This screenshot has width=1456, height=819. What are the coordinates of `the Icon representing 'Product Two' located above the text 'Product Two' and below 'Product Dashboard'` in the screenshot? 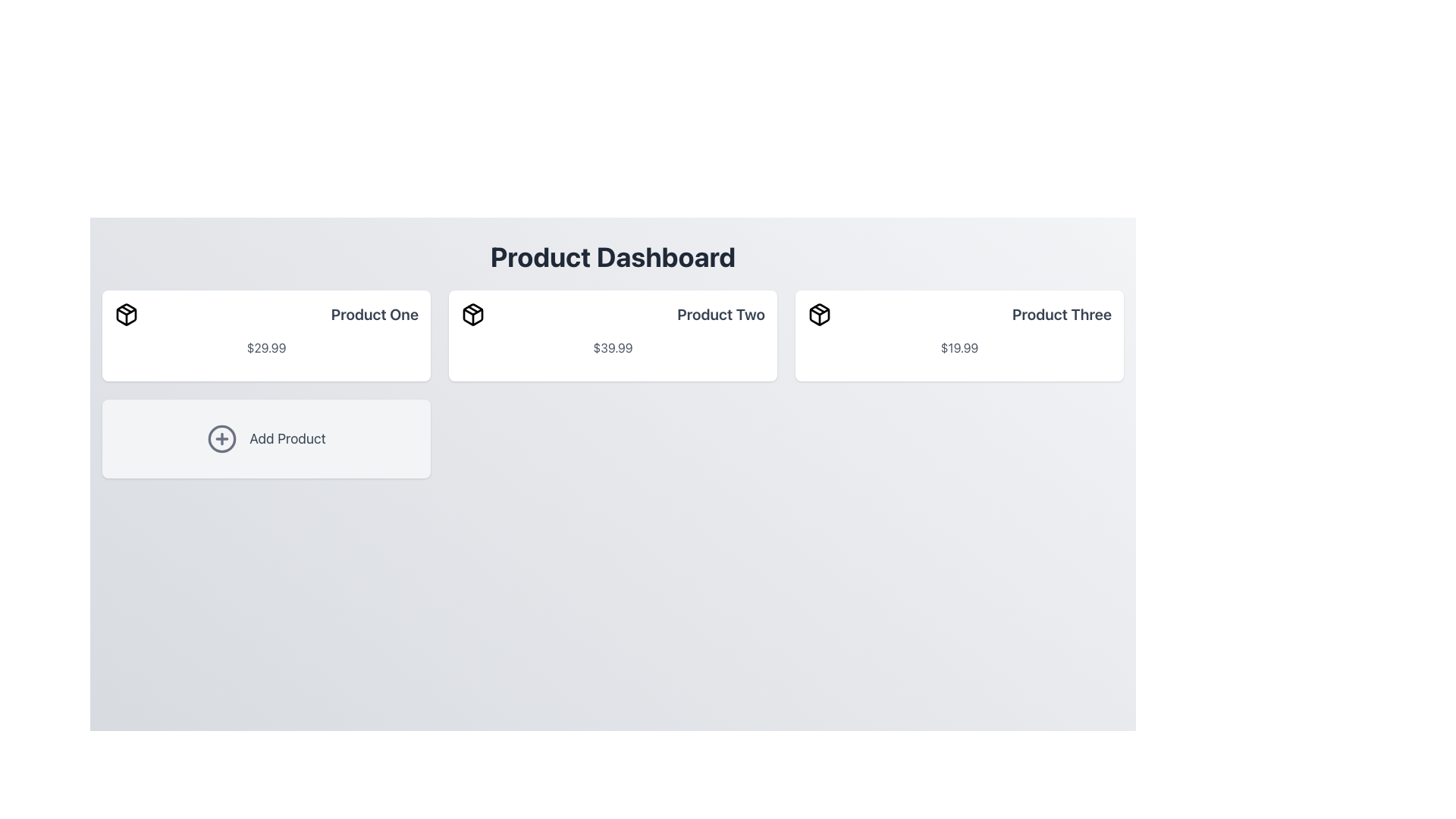 It's located at (472, 314).